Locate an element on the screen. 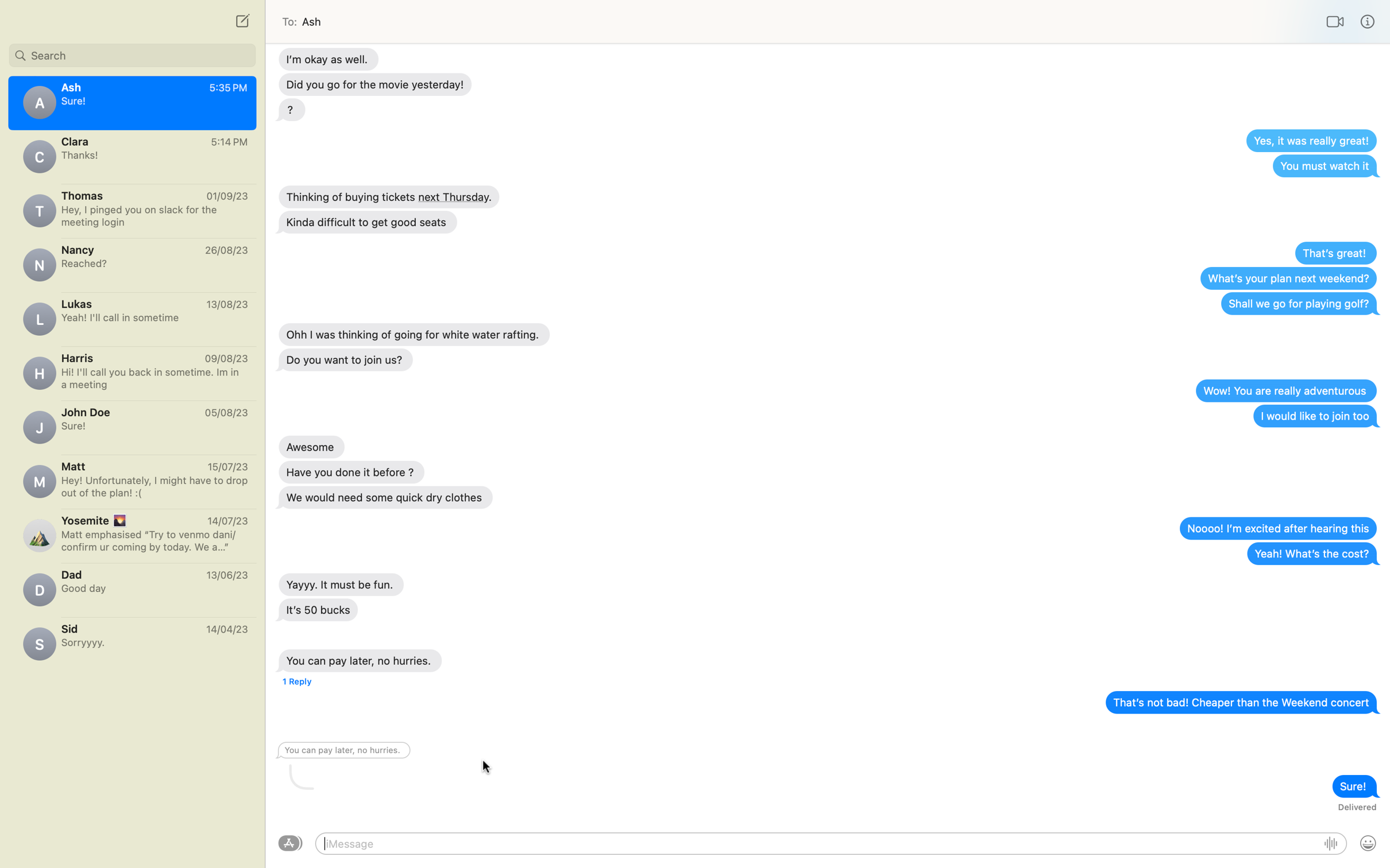 This screenshot has width=1390, height=868. Text message dad saying "Love you is located at coordinates (132, 586).